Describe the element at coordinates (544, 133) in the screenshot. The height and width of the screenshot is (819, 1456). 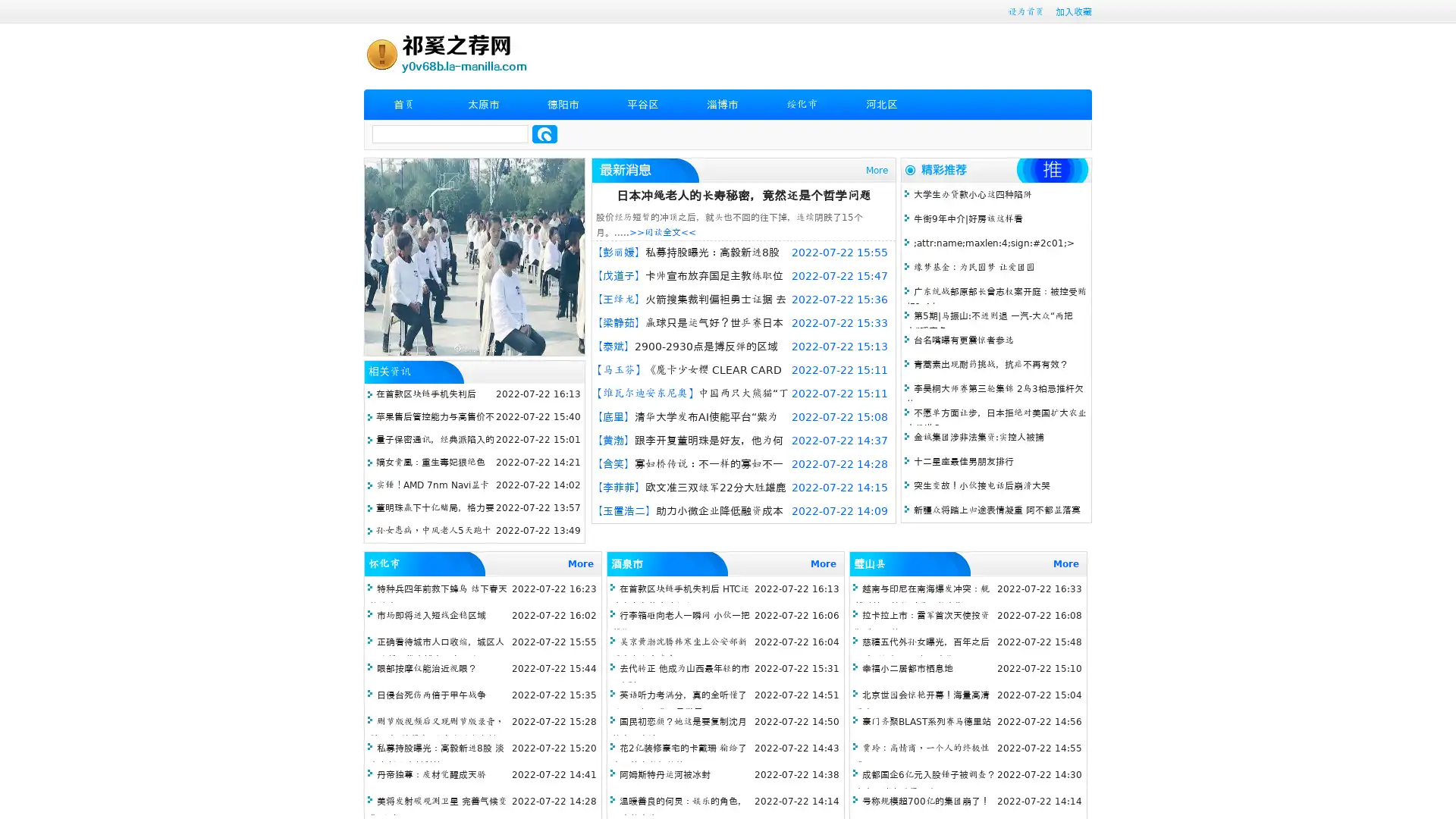
I see `Search` at that location.